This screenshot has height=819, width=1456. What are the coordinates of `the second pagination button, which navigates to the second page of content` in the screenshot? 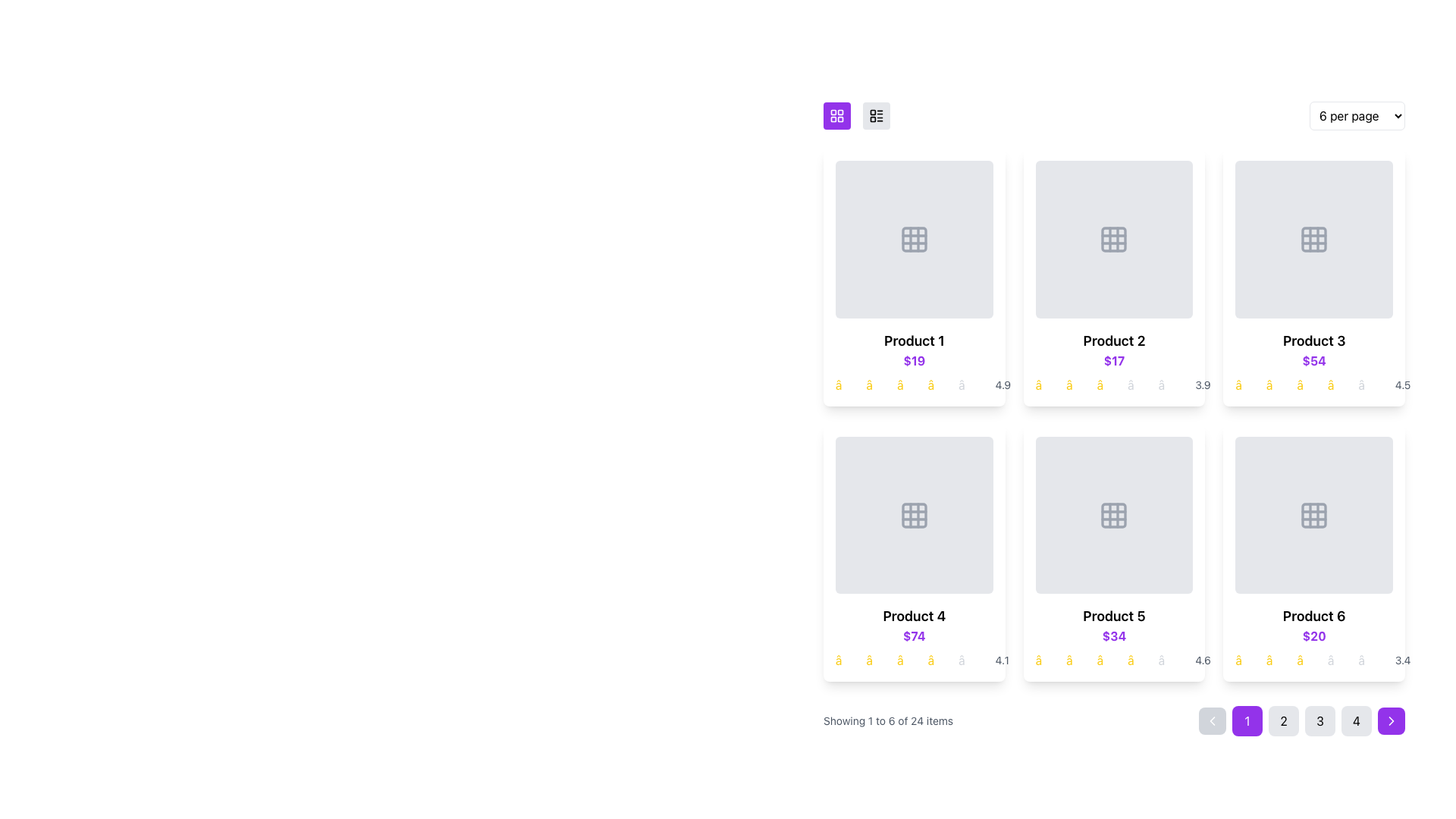 It's located at (1283, 720).